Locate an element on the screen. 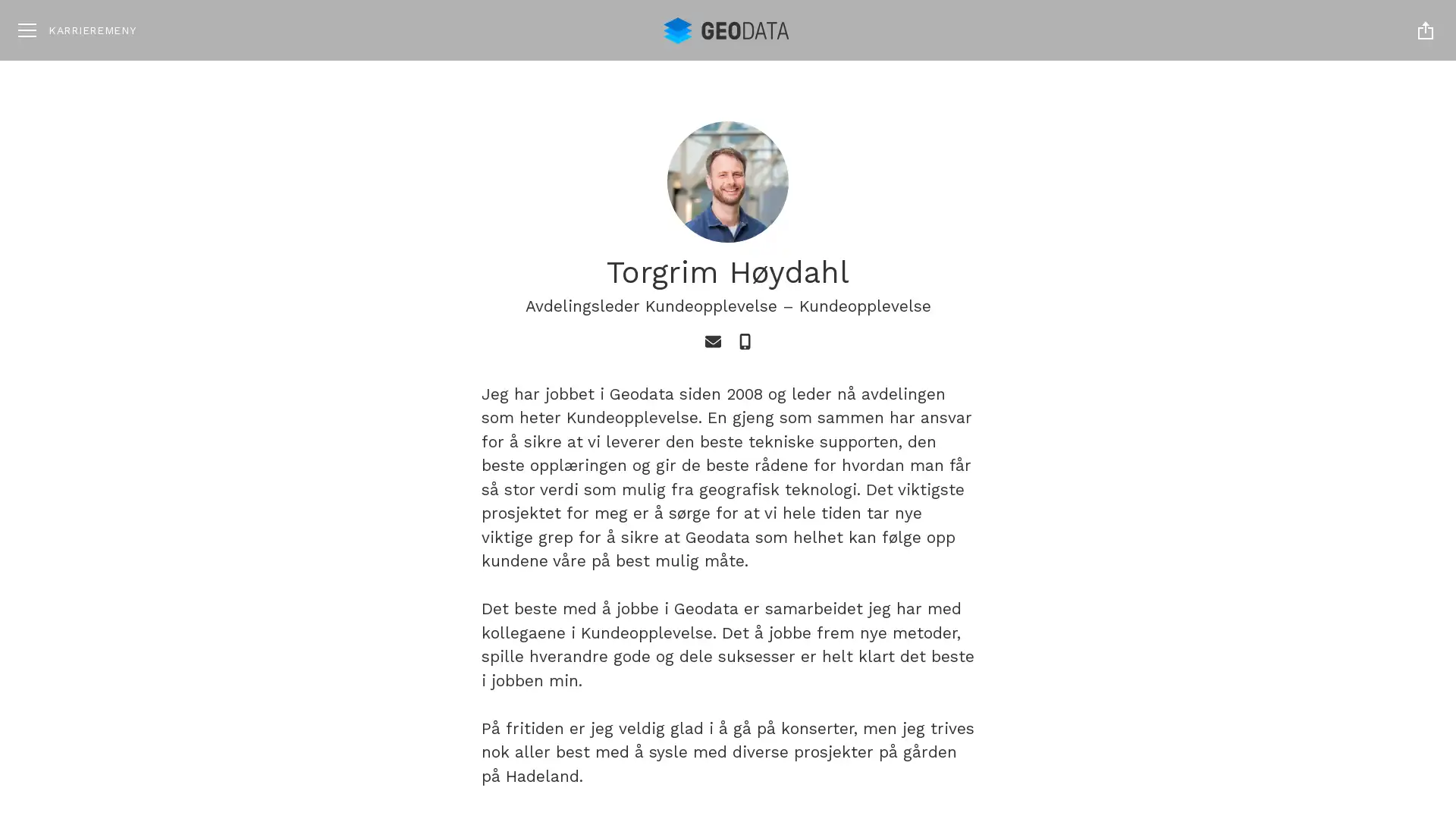  Godta alle is located at coordinates (1282, 645).